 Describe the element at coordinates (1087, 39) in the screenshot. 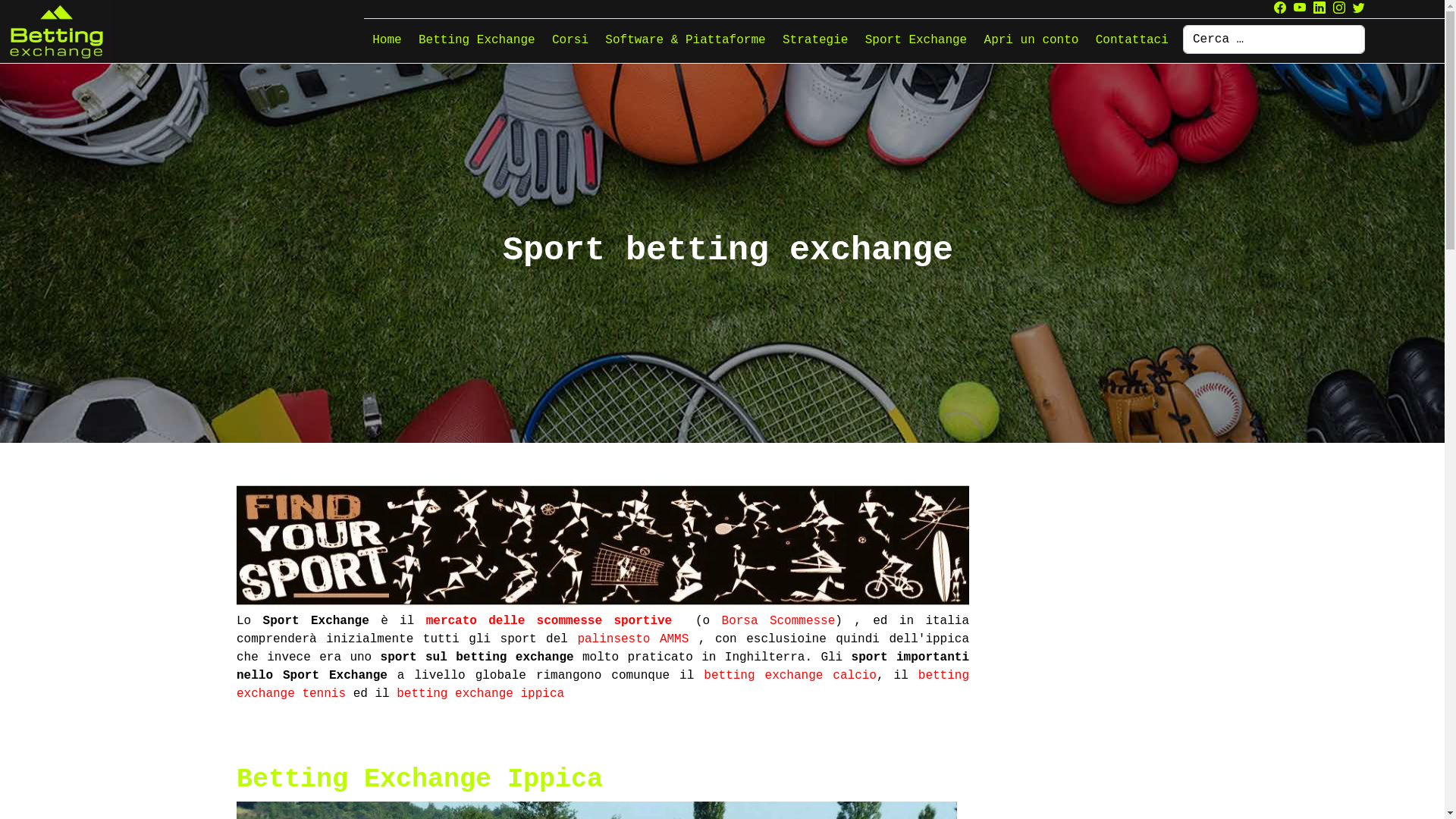

I see `'Contattaci'` at that location.